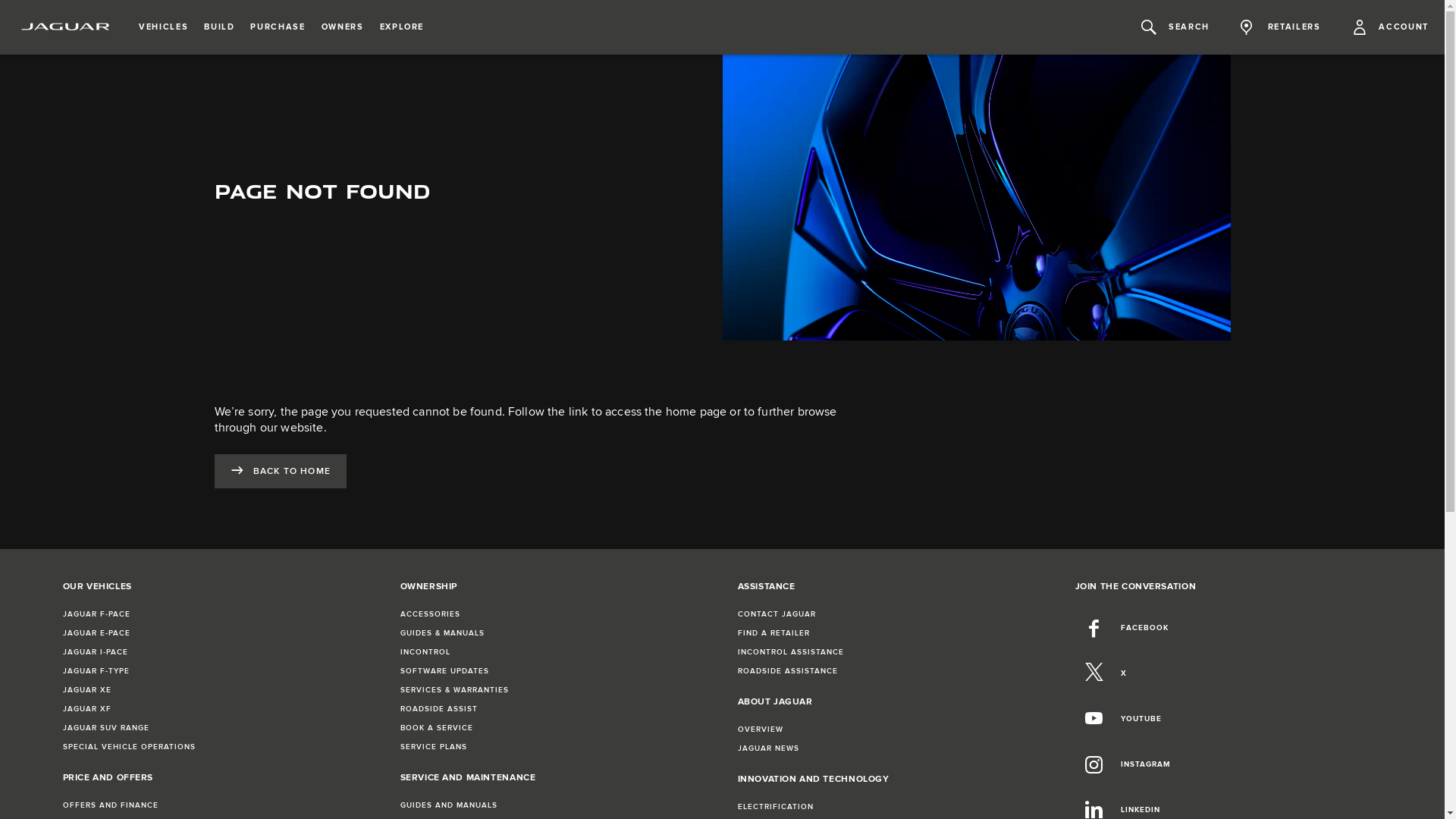 The width and height of the screenshot is (1456, 819). Describe the element at coordinates (108, 804) in the screenshot. I see `'OFFERS AND FINANCE'` at that location.